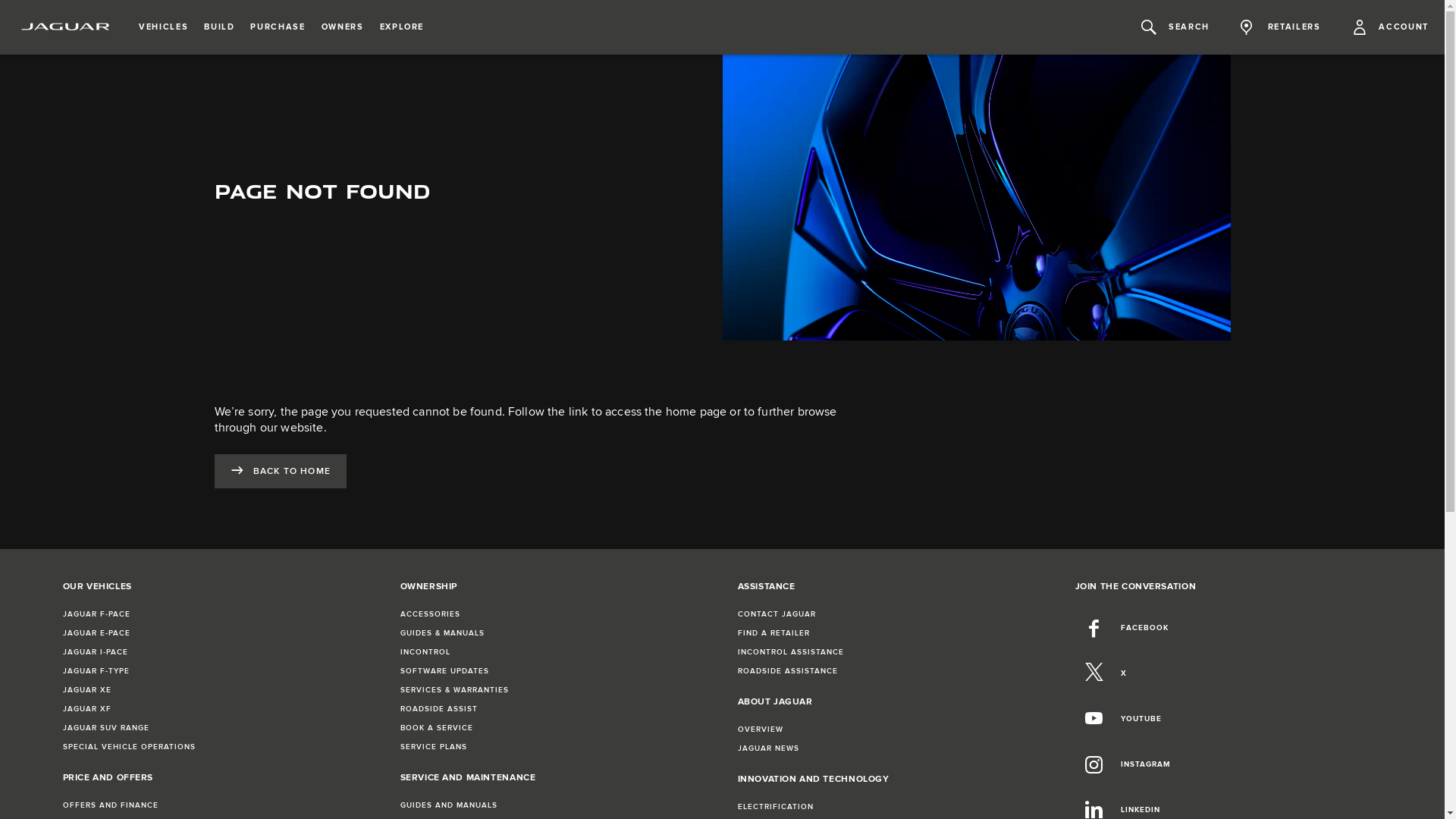 The width and height of the screenshot is (1456, 819). Describe the element at coordinates (108, 804) in the screenshot. I see `'OFFERS AND FINANCE'` at that location.